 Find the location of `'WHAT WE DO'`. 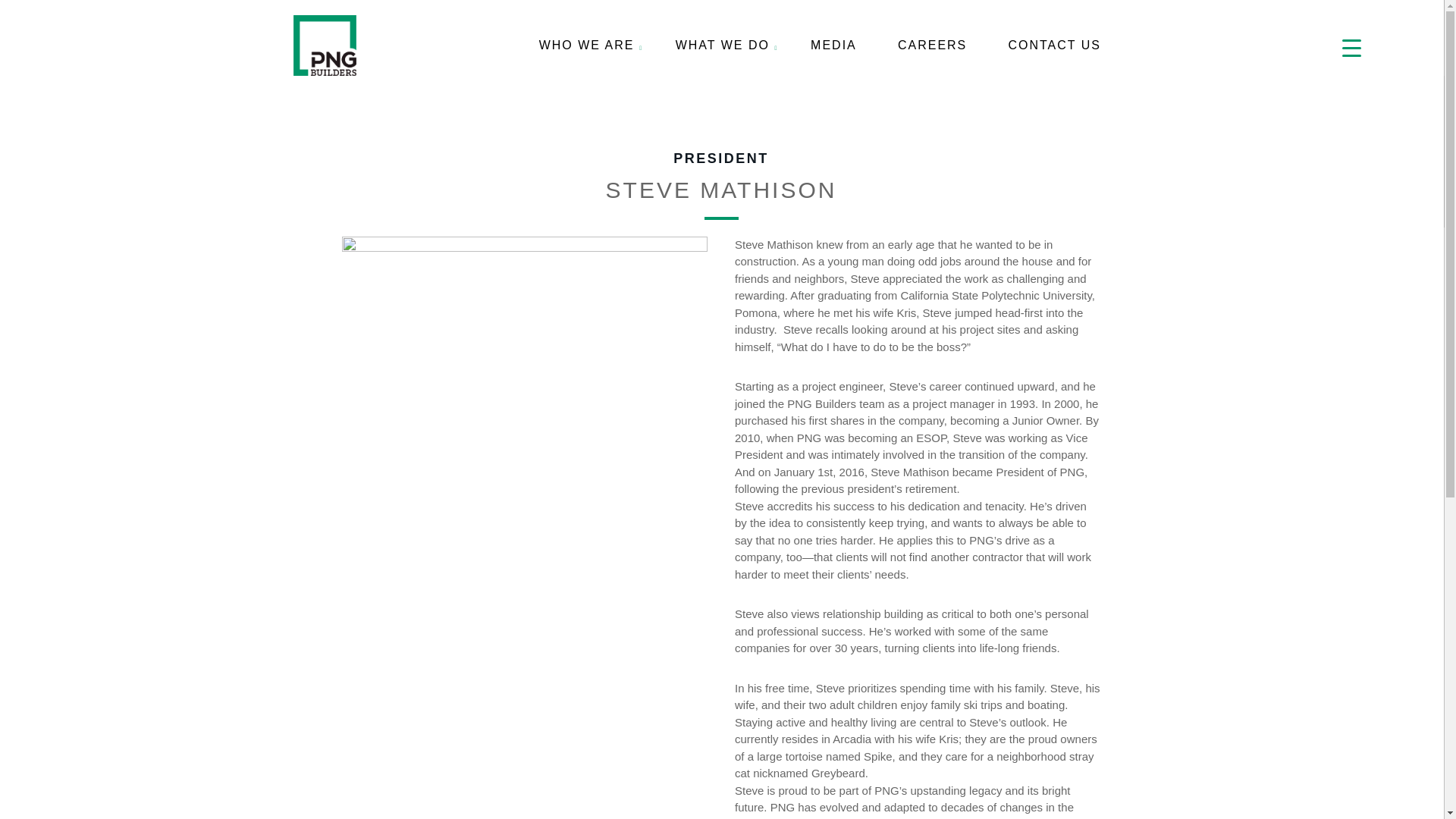

'WHAT WE DO' is located at coordinates (675, 45).